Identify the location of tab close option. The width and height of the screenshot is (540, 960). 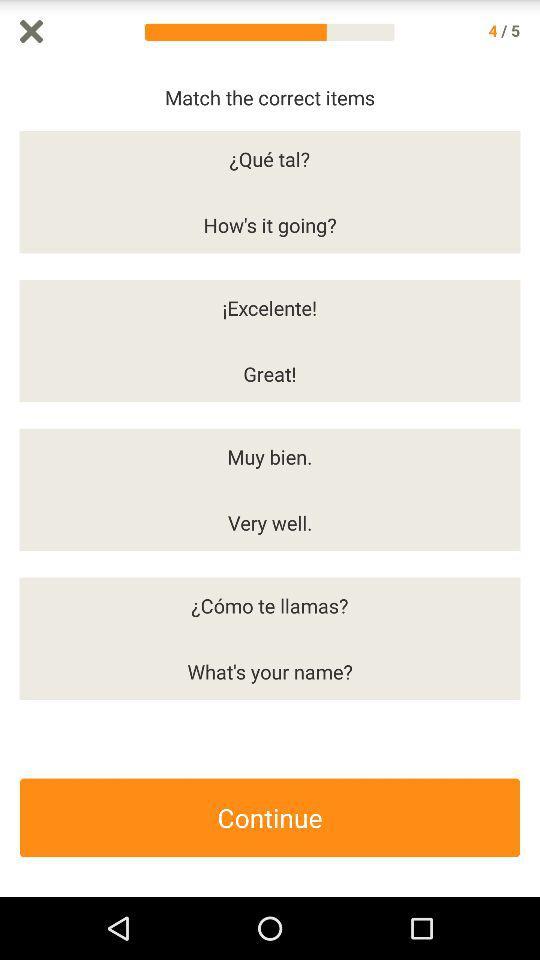
(30, 30).